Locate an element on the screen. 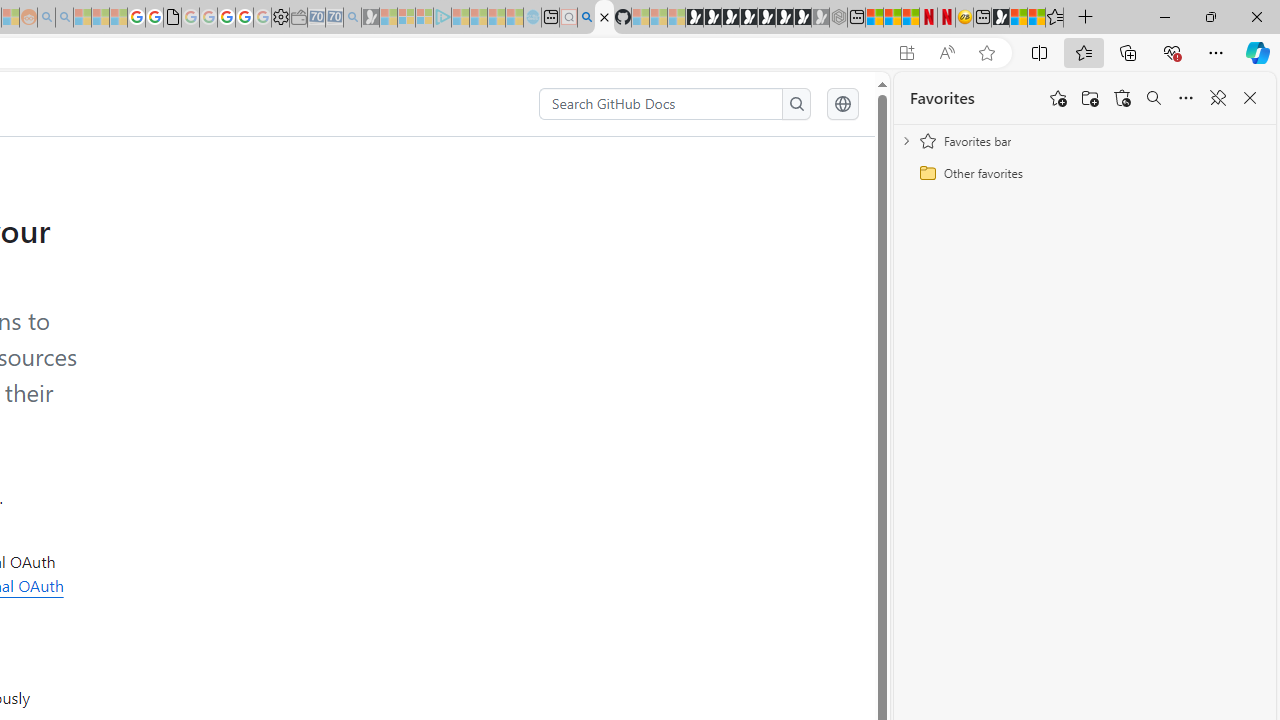 Image resolution: width=1280 pixels, height=720 pixels. 'Read aloud this page (Ctrl+Shift+U)' is located at coordinates (945, 52).